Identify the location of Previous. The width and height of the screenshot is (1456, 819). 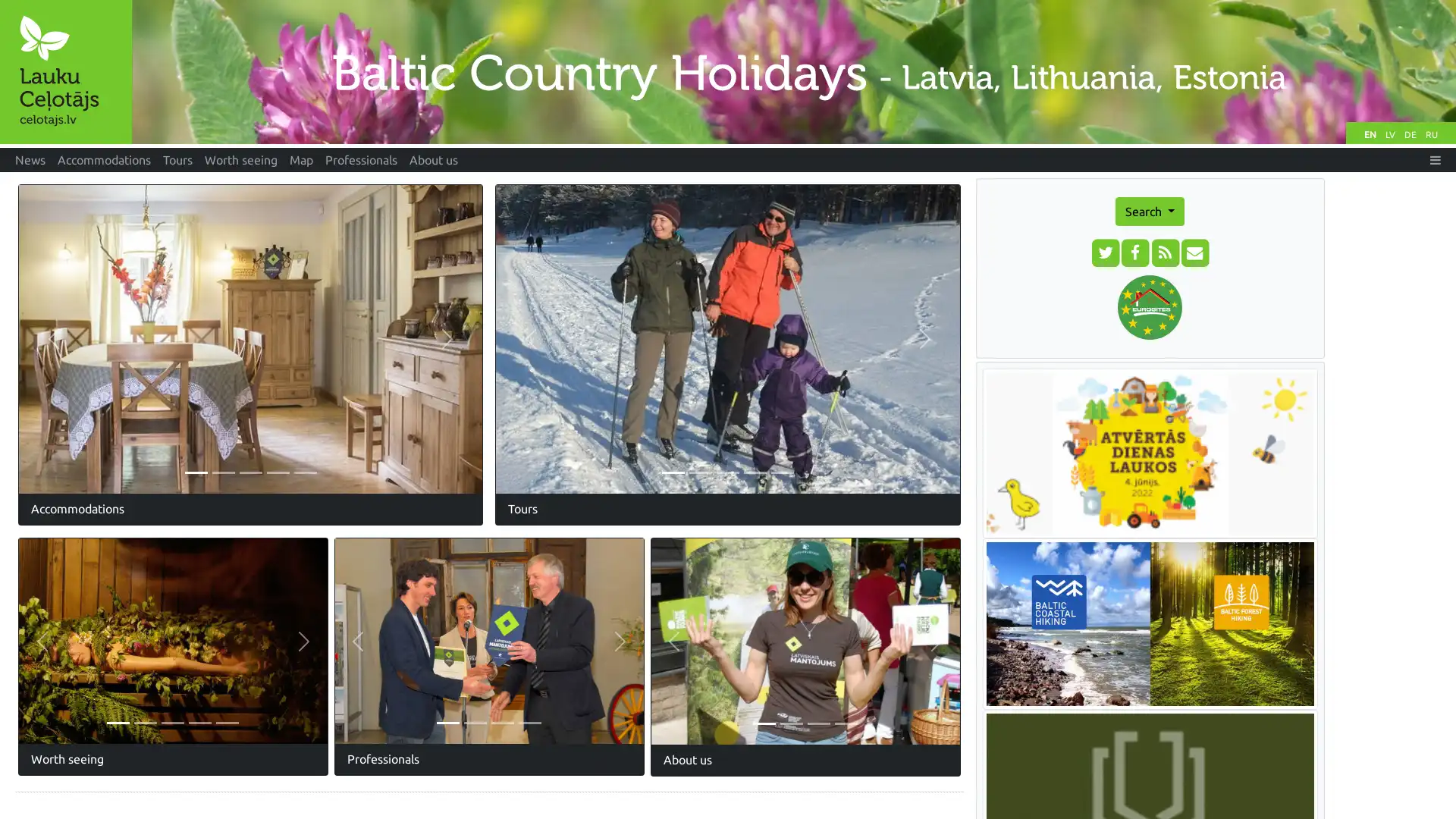
(356, 641).